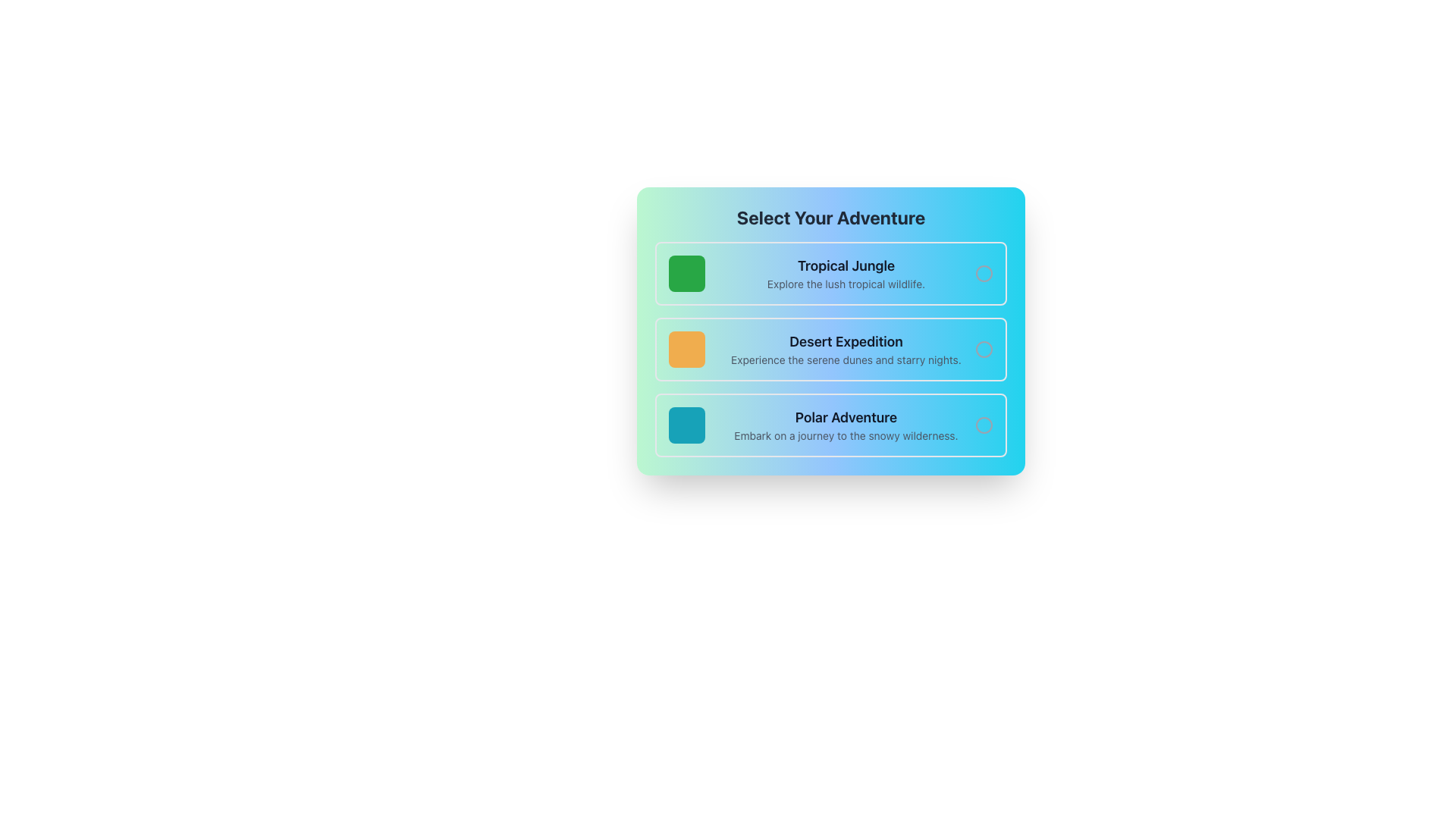 The image size is (1456, 819). What do you see at coordinates (846, 435) in the screenshot?
I see `text 'Embark on a journey to the snowy wilderness.' located below the title 'Polar Adventure' in the 'Select Your Adventure' card` at bounding box center [846, 435].